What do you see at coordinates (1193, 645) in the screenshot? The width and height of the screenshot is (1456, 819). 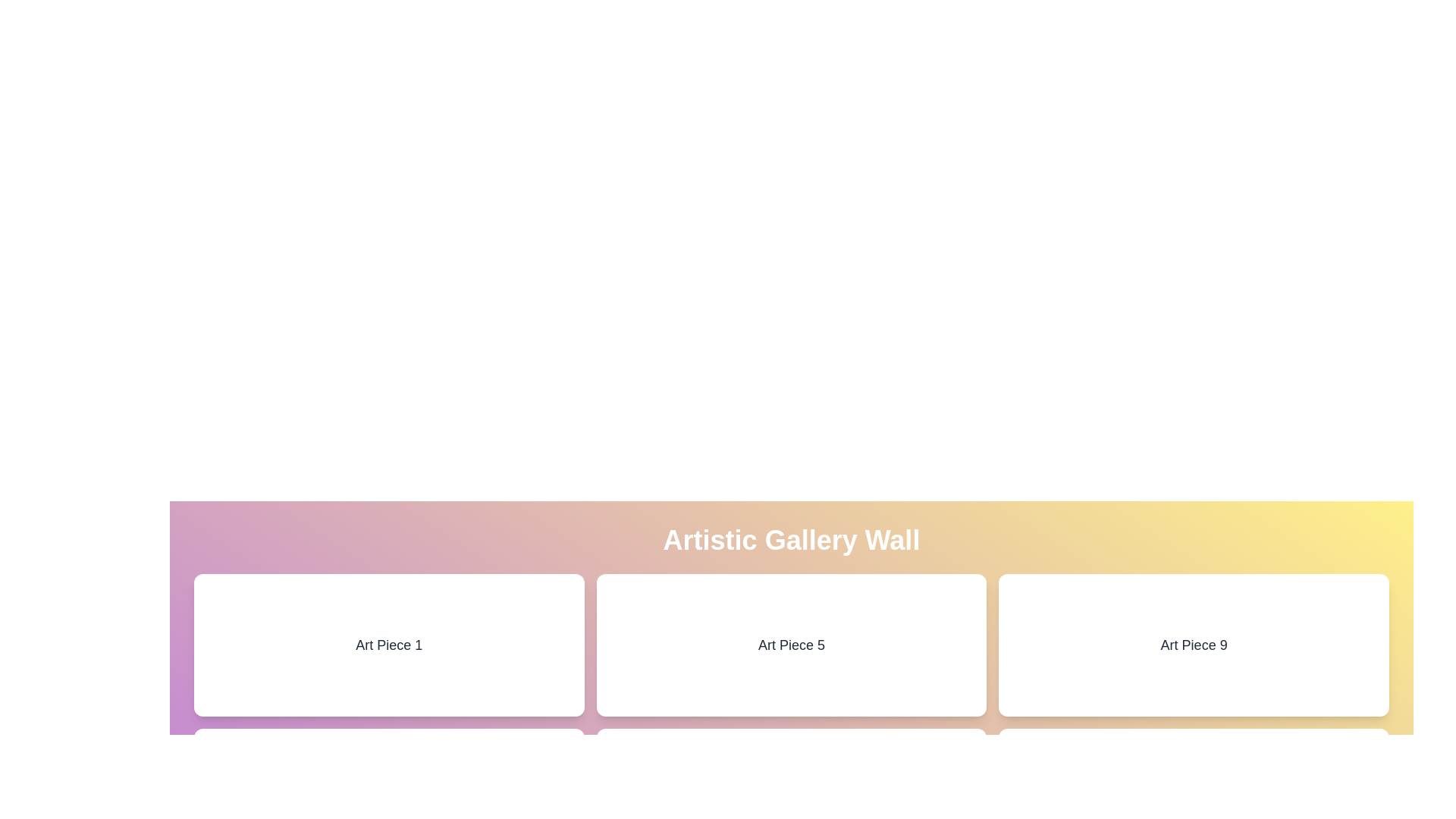 I see `the informational card representing 'Art Piece 9' located in the top-right section of the gallery grid` at bounding box center [1193, 645].